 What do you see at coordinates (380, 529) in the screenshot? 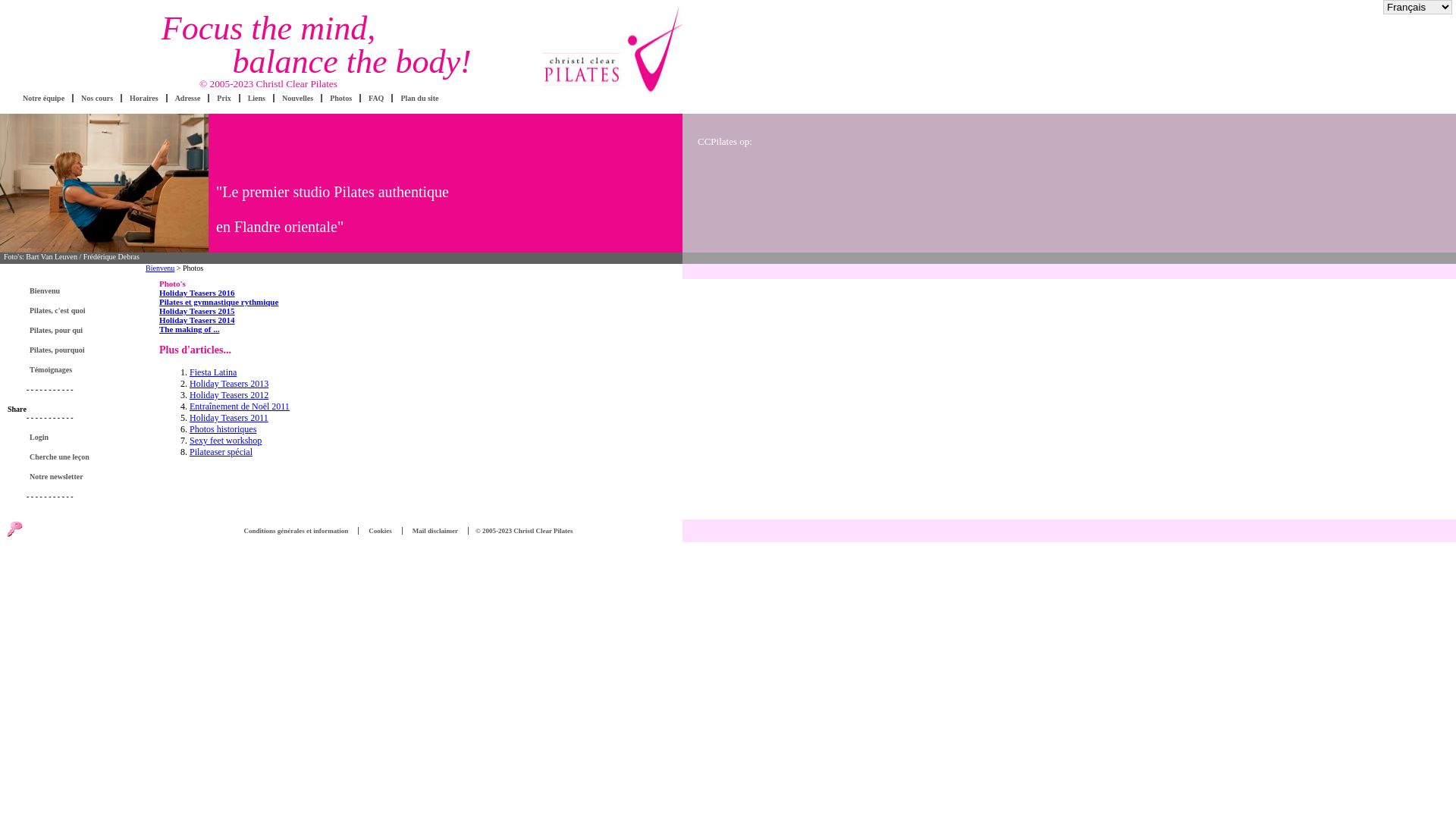
I see `'Cookies'` at bounding box center [380, 529].